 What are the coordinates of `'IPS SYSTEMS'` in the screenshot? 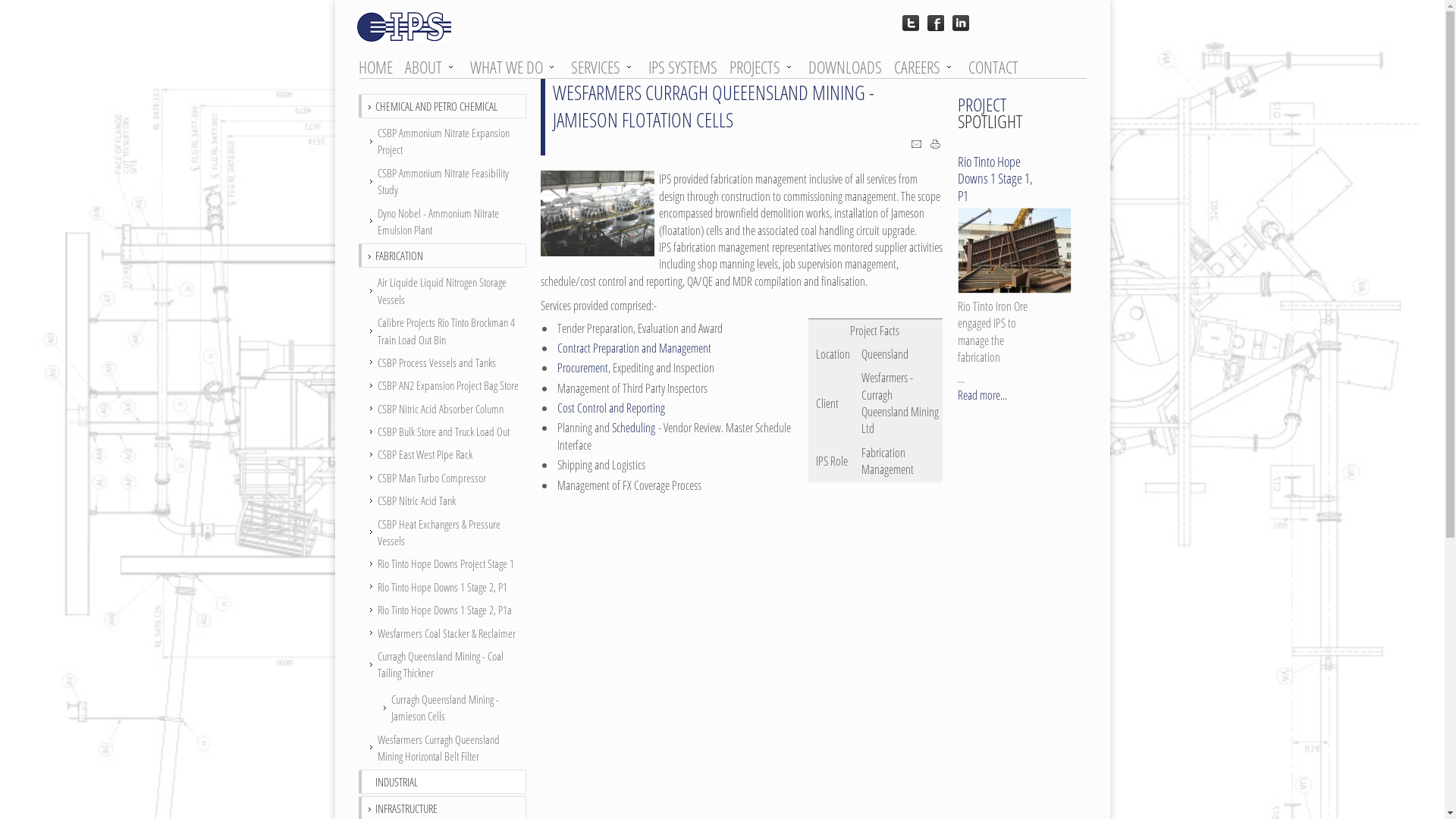 It's located at (686, 66).